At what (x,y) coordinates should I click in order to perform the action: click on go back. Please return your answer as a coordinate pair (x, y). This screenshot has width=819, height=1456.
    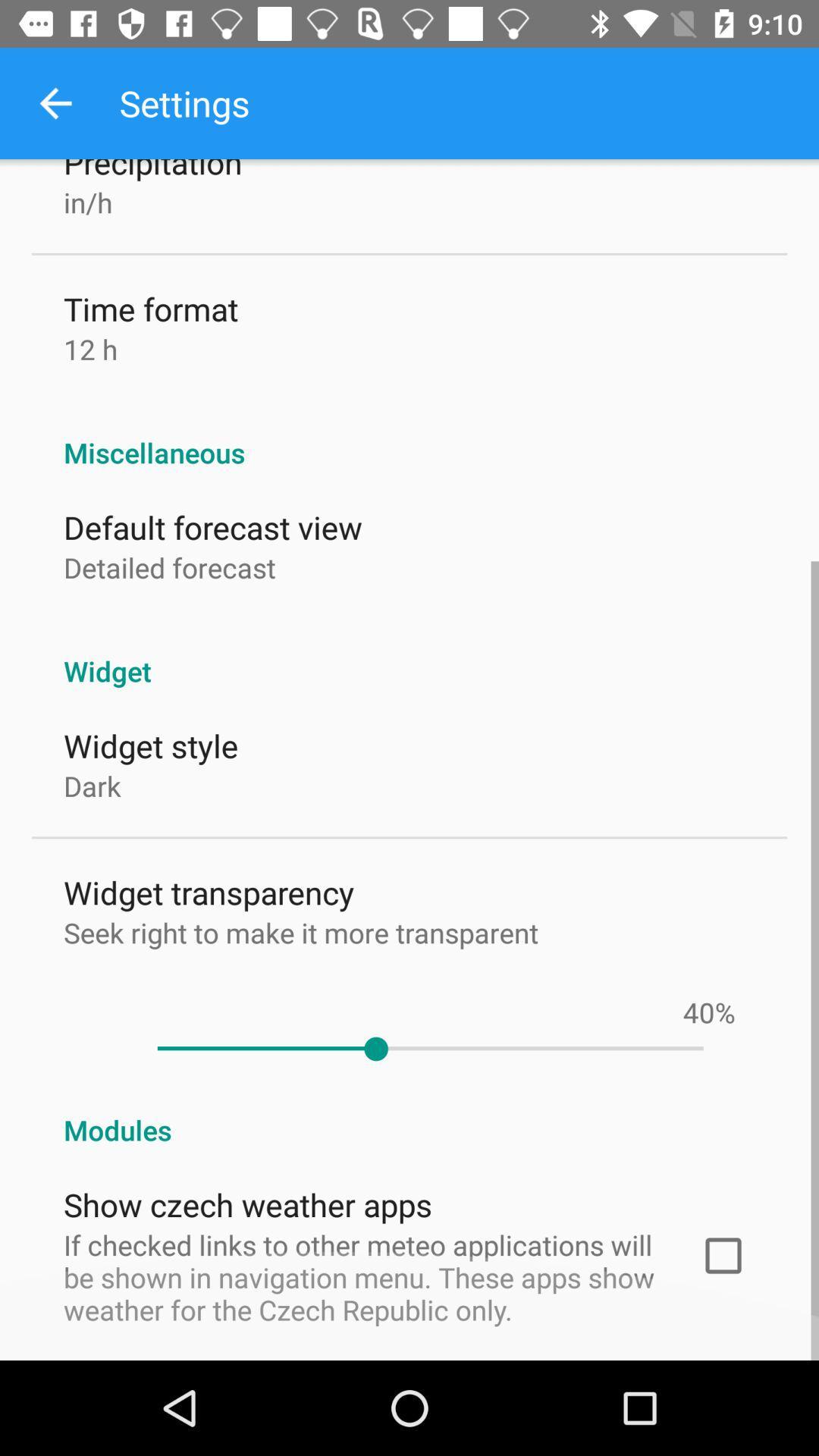
    Looking at the image, I should click on (55, 102).